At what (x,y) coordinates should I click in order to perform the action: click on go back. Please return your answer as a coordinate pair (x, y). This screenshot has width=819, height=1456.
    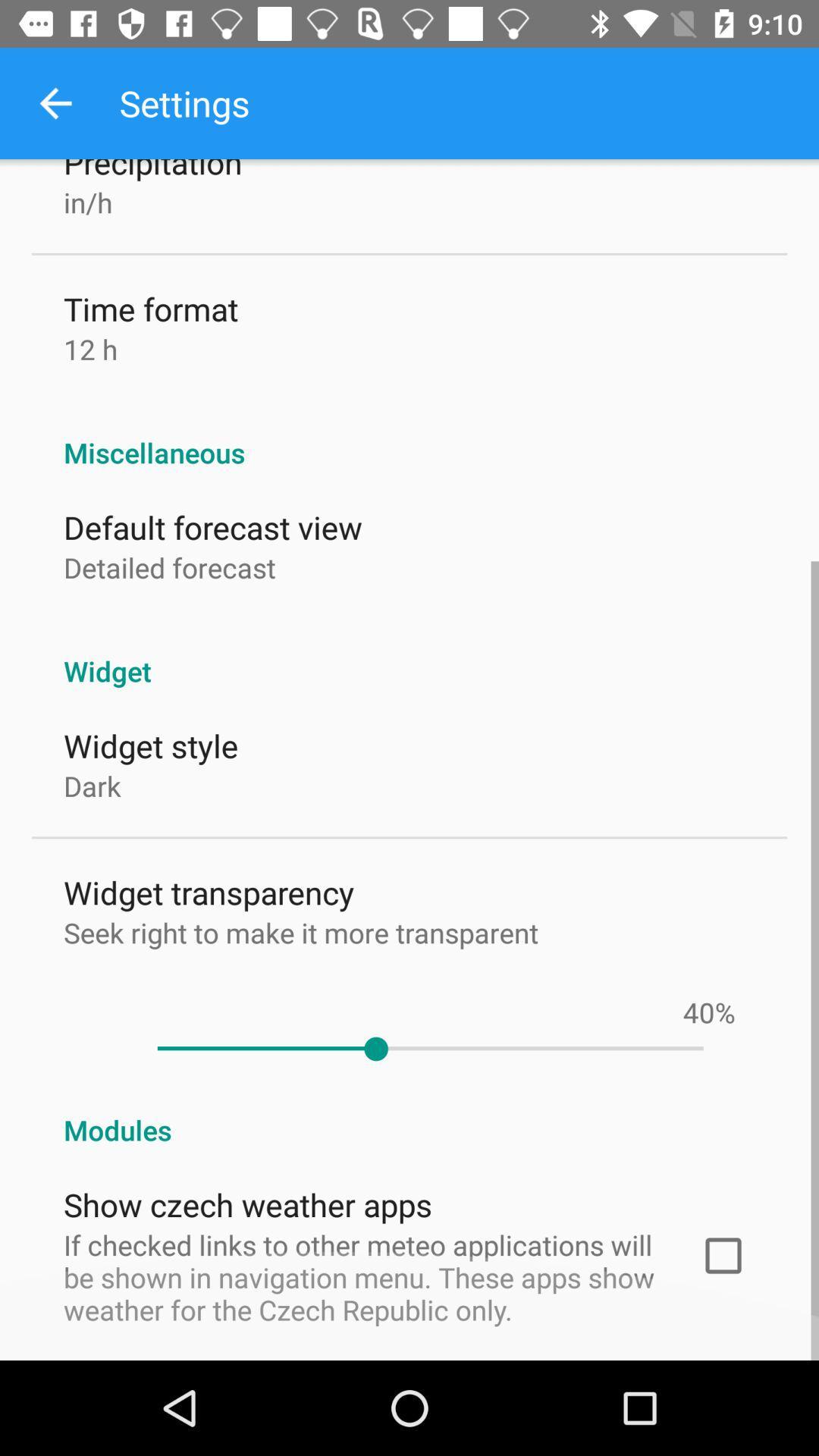
    Looking at the image, I should click on (55, 102).